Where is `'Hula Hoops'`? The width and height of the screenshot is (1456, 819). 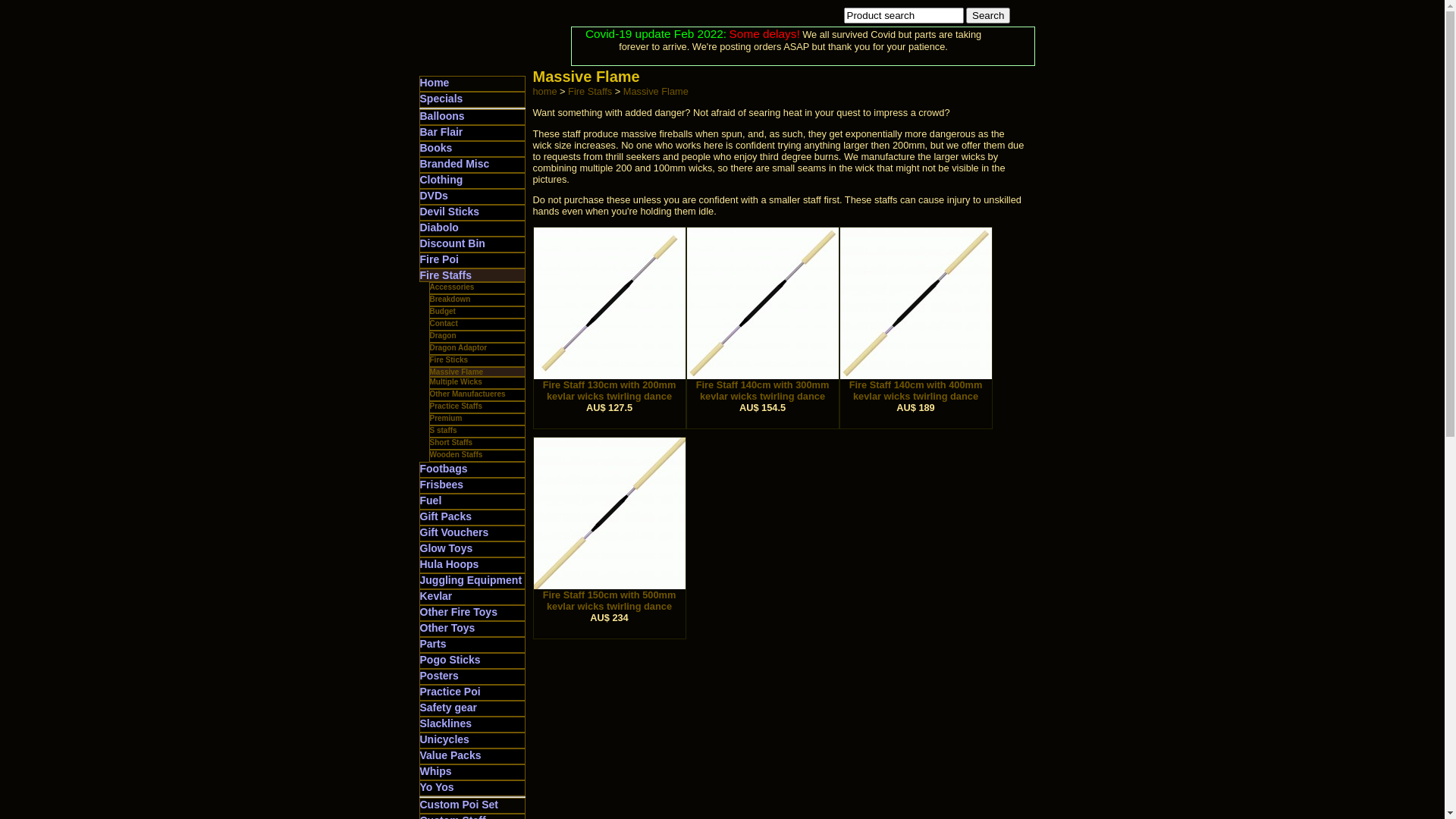
'Hula Hoops' is located at coordinates (449, 564).